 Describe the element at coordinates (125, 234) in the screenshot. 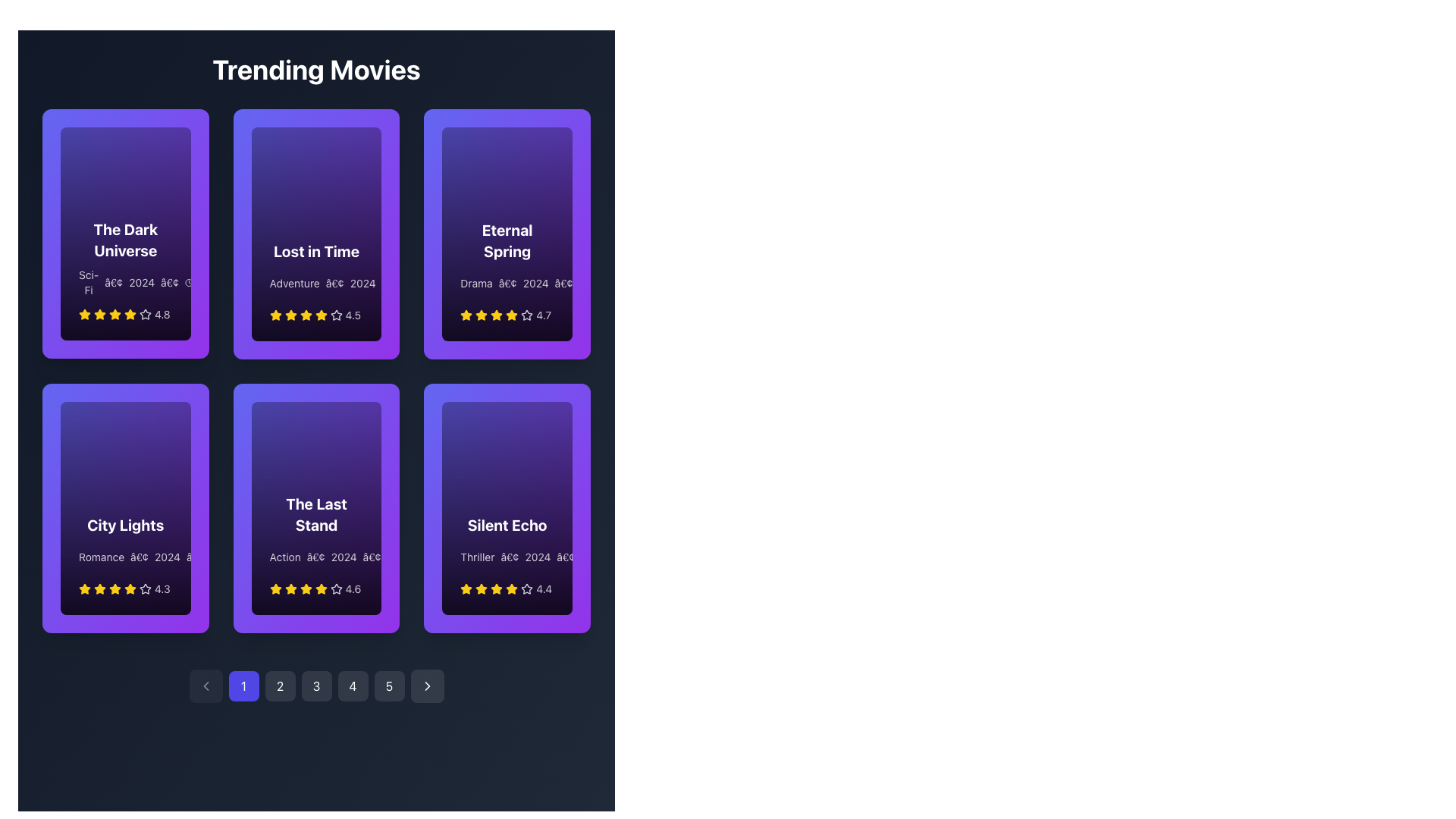

I see `the movie card located in the first row and first column of the grid layout` at that location.